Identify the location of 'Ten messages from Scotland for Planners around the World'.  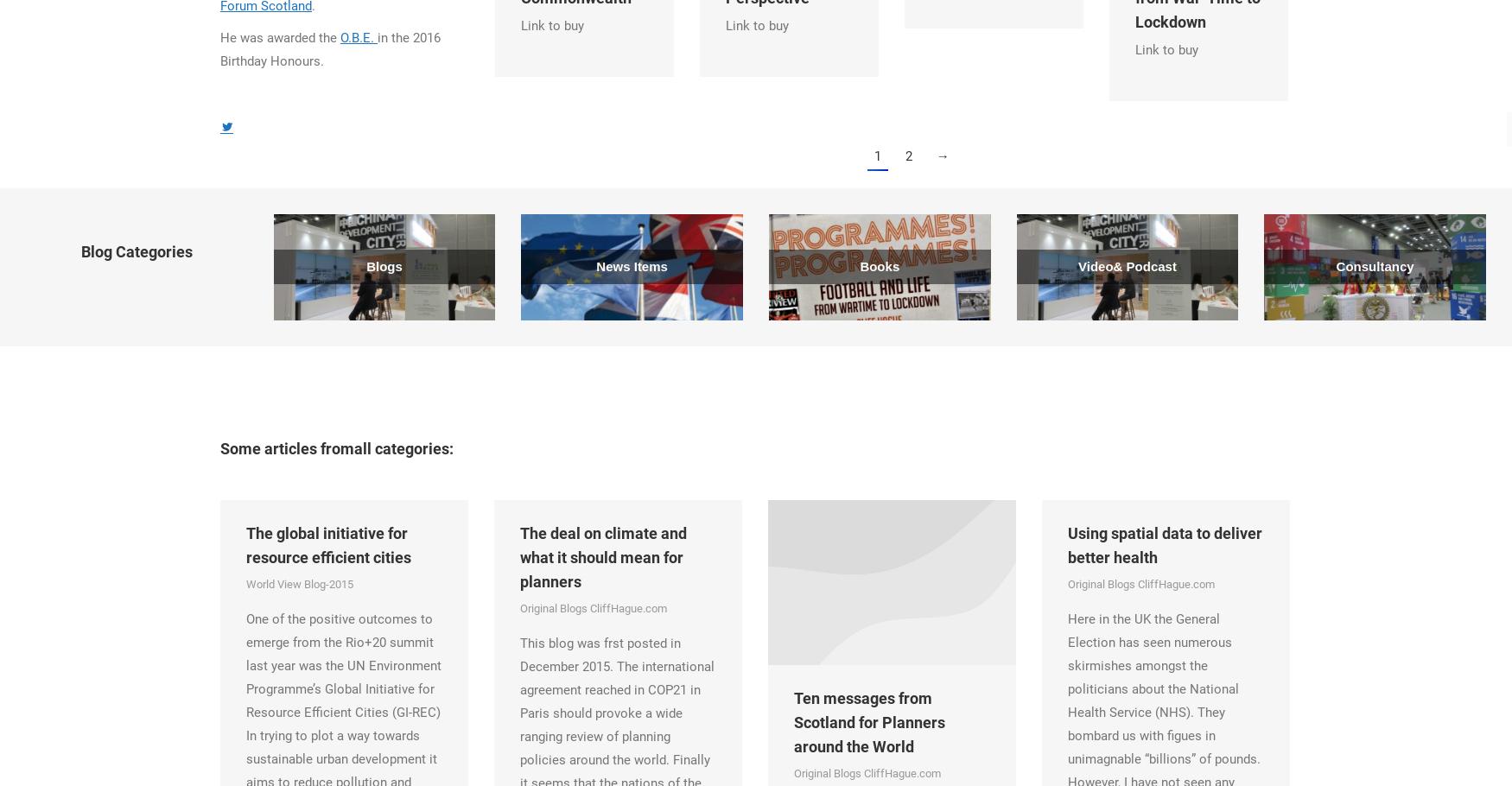
(868, 722).